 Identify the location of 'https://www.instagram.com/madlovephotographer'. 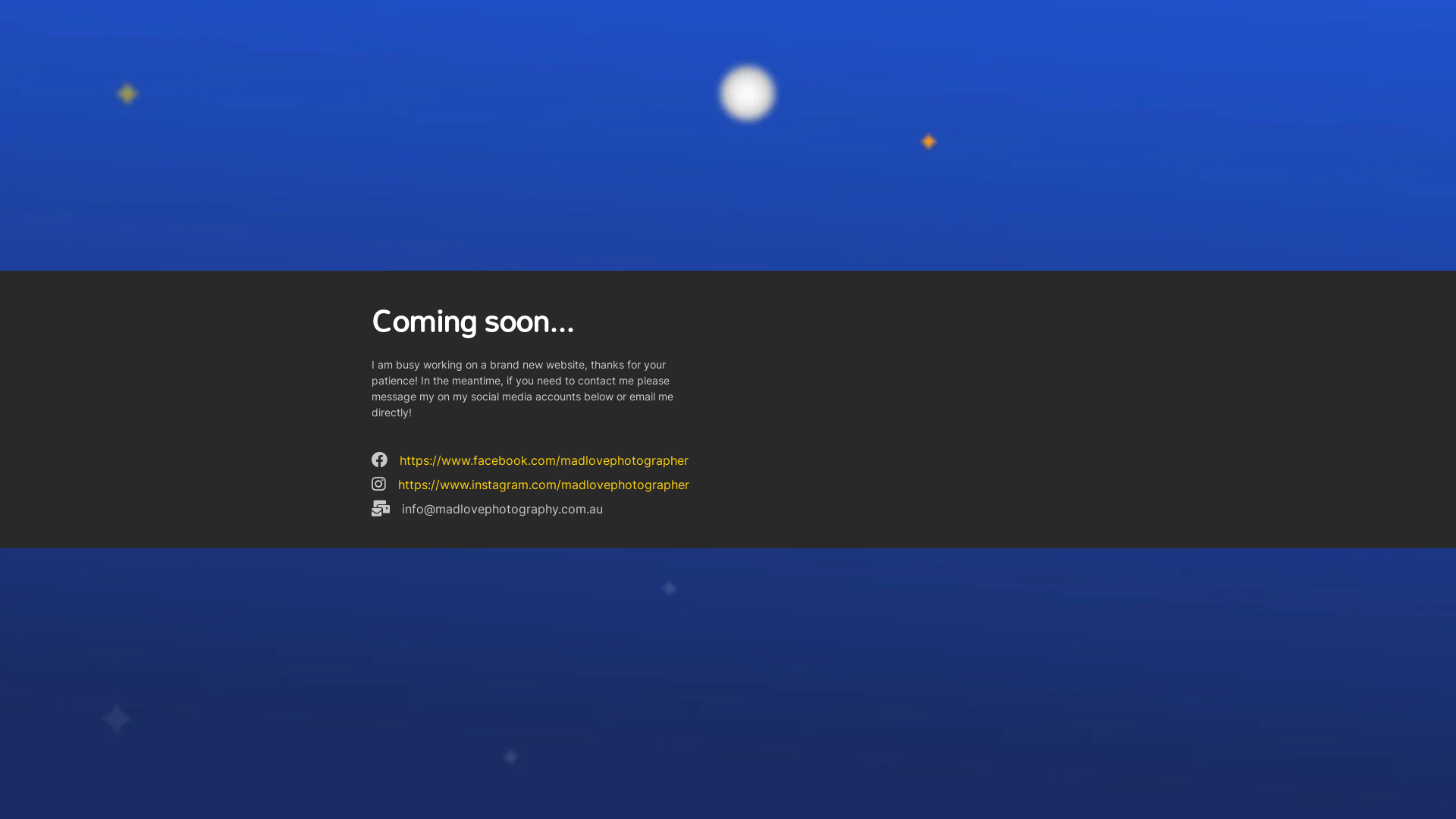
(543, 485).